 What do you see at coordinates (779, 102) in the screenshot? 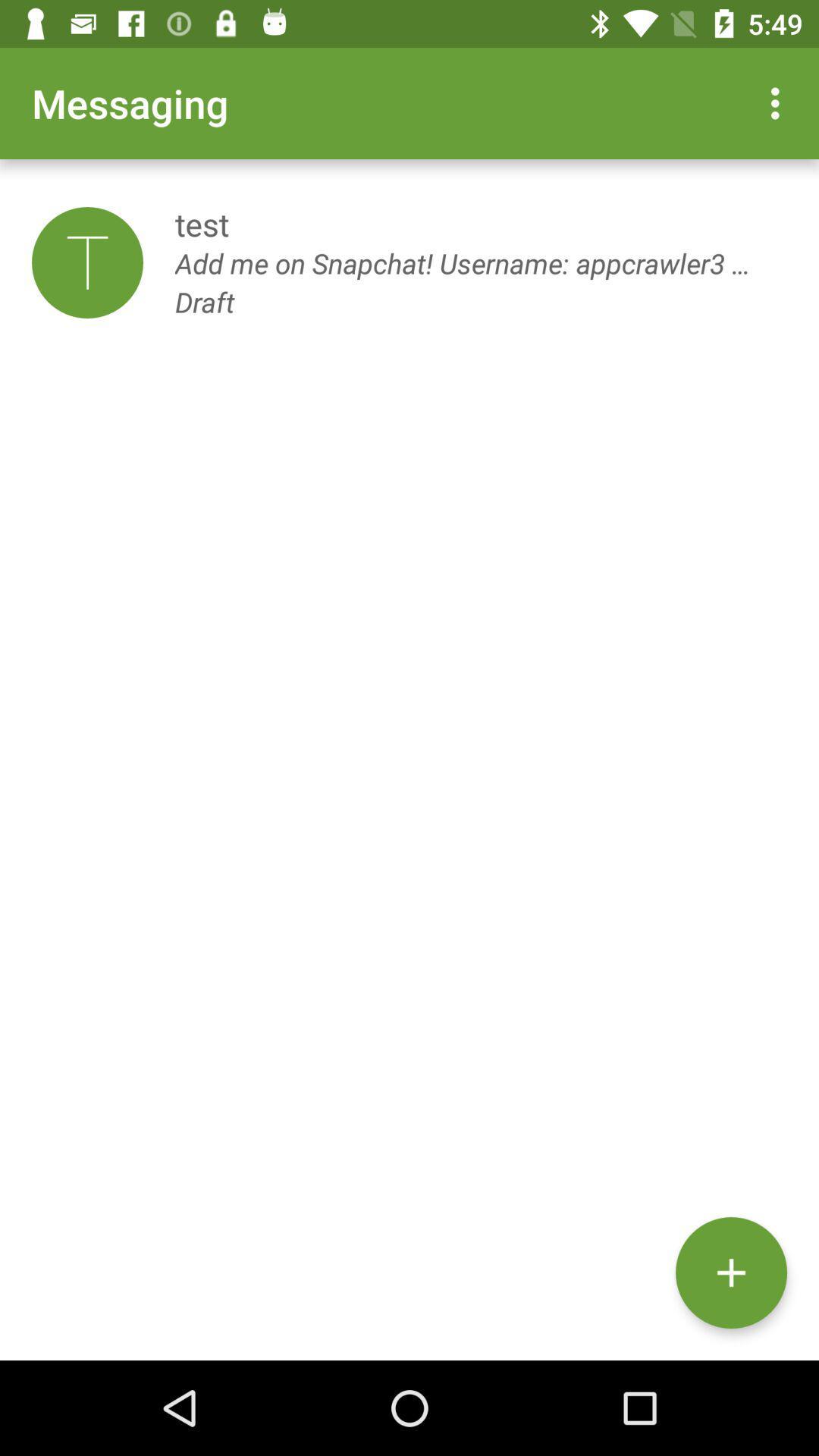
I see `the item at the top right corner` at bounding box center [779, 102].